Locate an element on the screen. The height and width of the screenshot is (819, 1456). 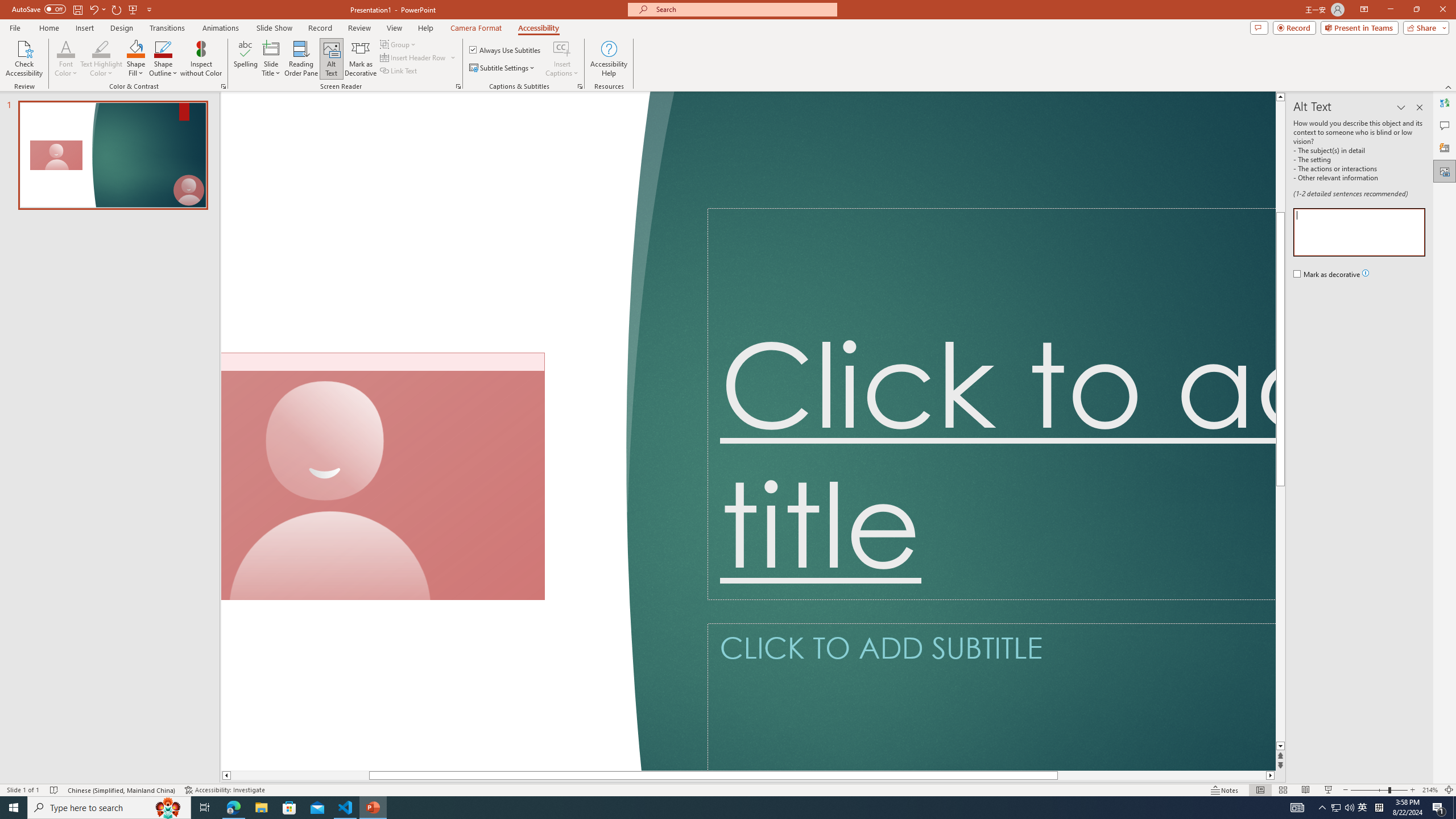
'Screen Reader' is located at coordinates (458, 85).